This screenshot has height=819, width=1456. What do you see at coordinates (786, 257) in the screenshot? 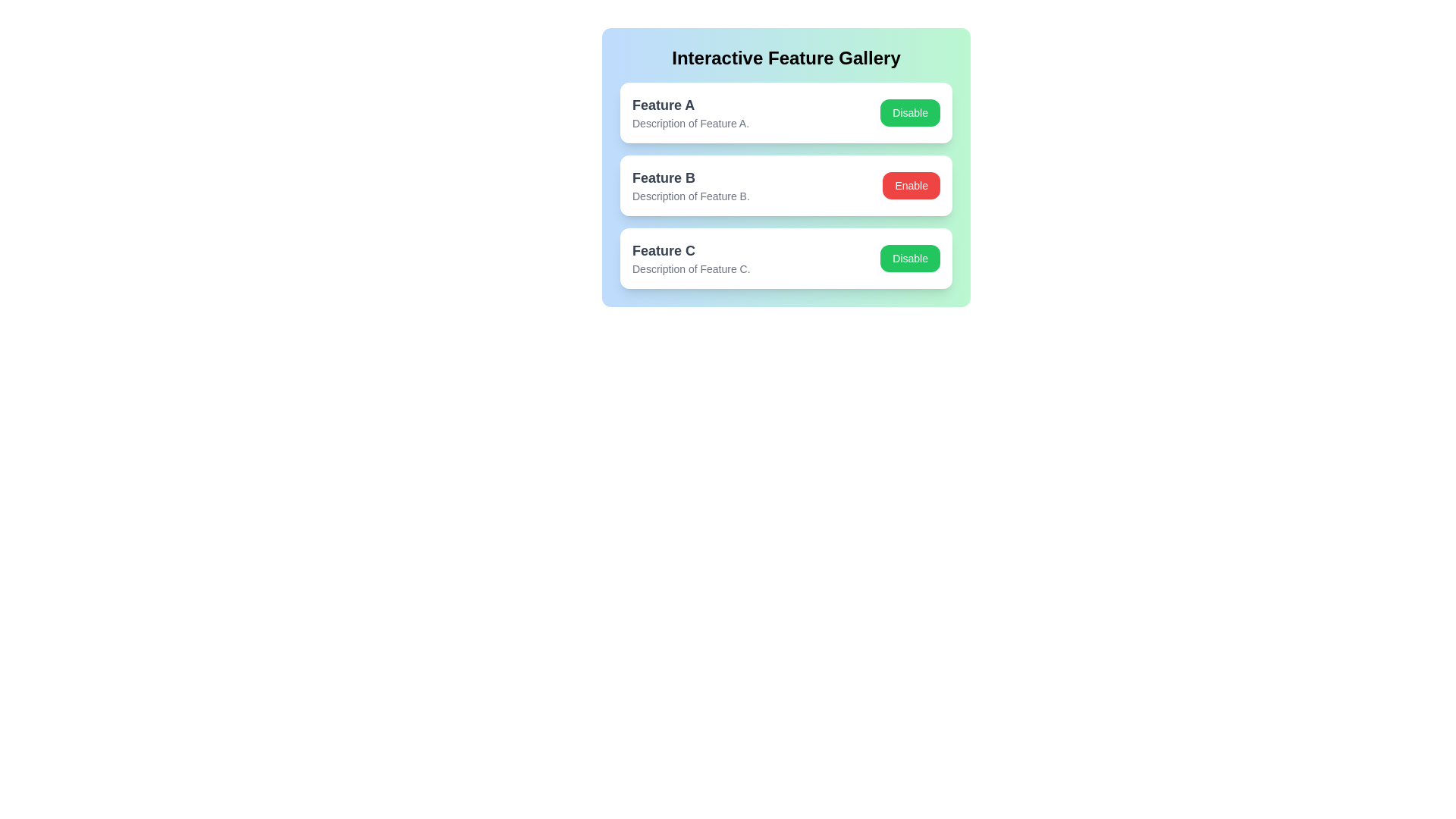
I see `the feature Feature C to observe the hover effect` at bounding box center [786, 257].